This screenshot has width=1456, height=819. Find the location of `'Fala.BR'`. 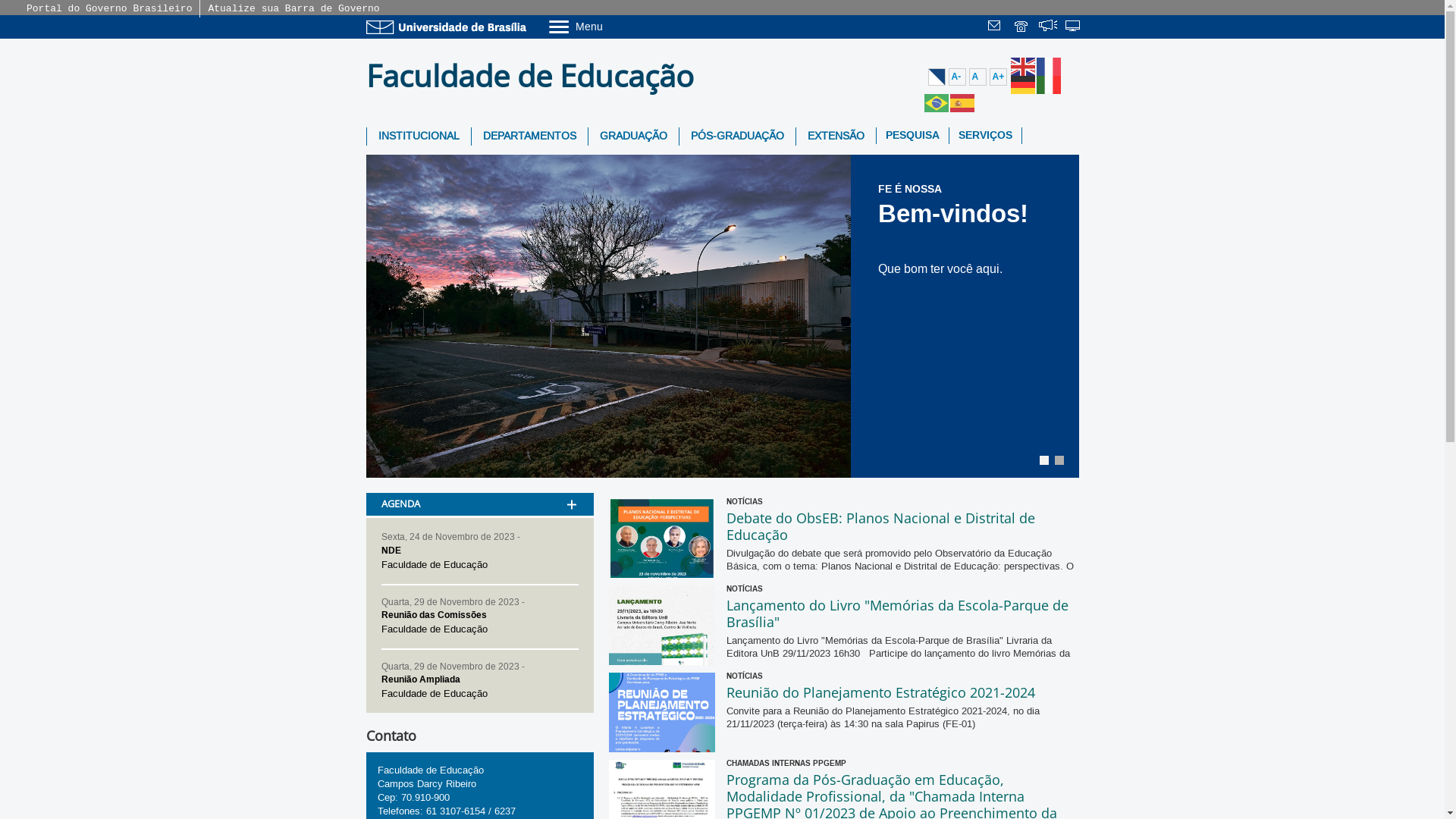

'Fala.BR' is located at coordinates (1037, 27).